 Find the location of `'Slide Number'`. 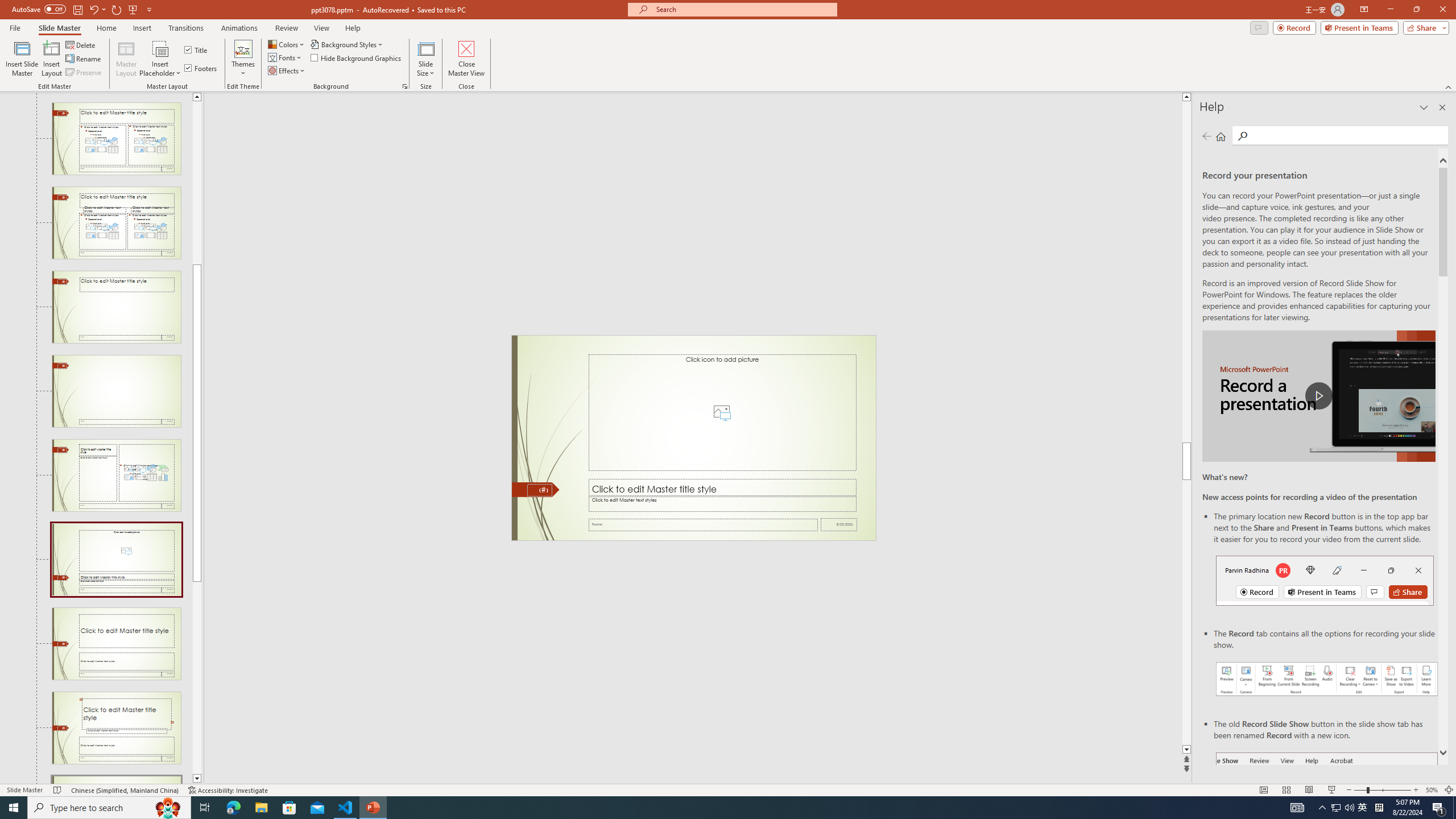

'Slide Number' is located at coordinates (539, 490).